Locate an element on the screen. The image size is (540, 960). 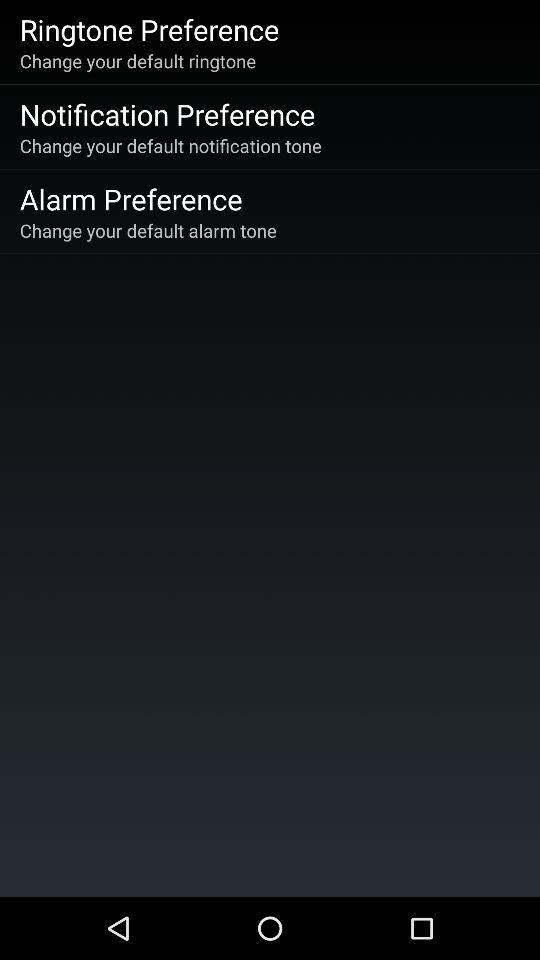
icon above the change your default item is located at coordinates (148, 28).